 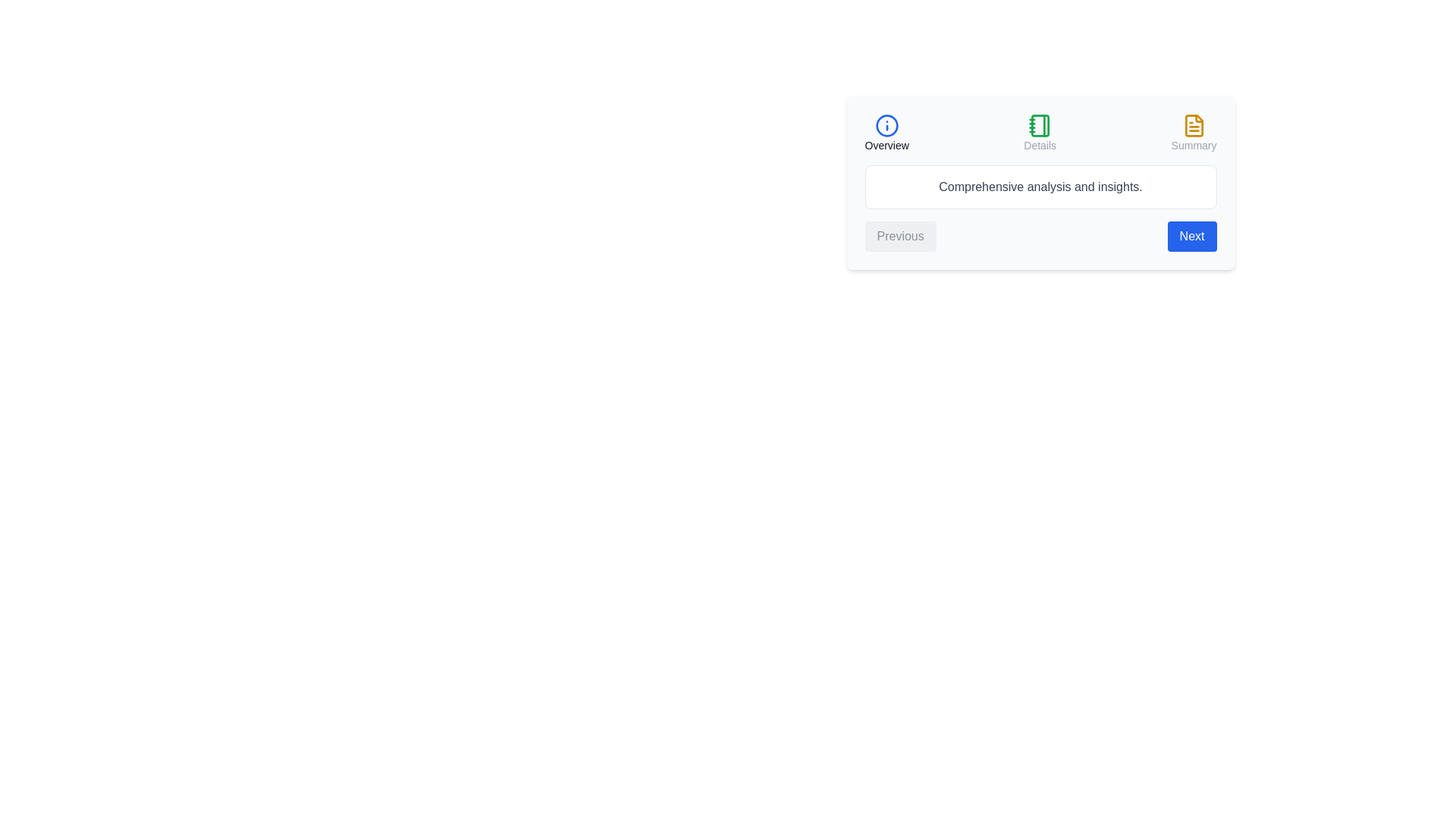 I want to click on the step titled Summary to navigate to that step, so click(x=1193, y=133).